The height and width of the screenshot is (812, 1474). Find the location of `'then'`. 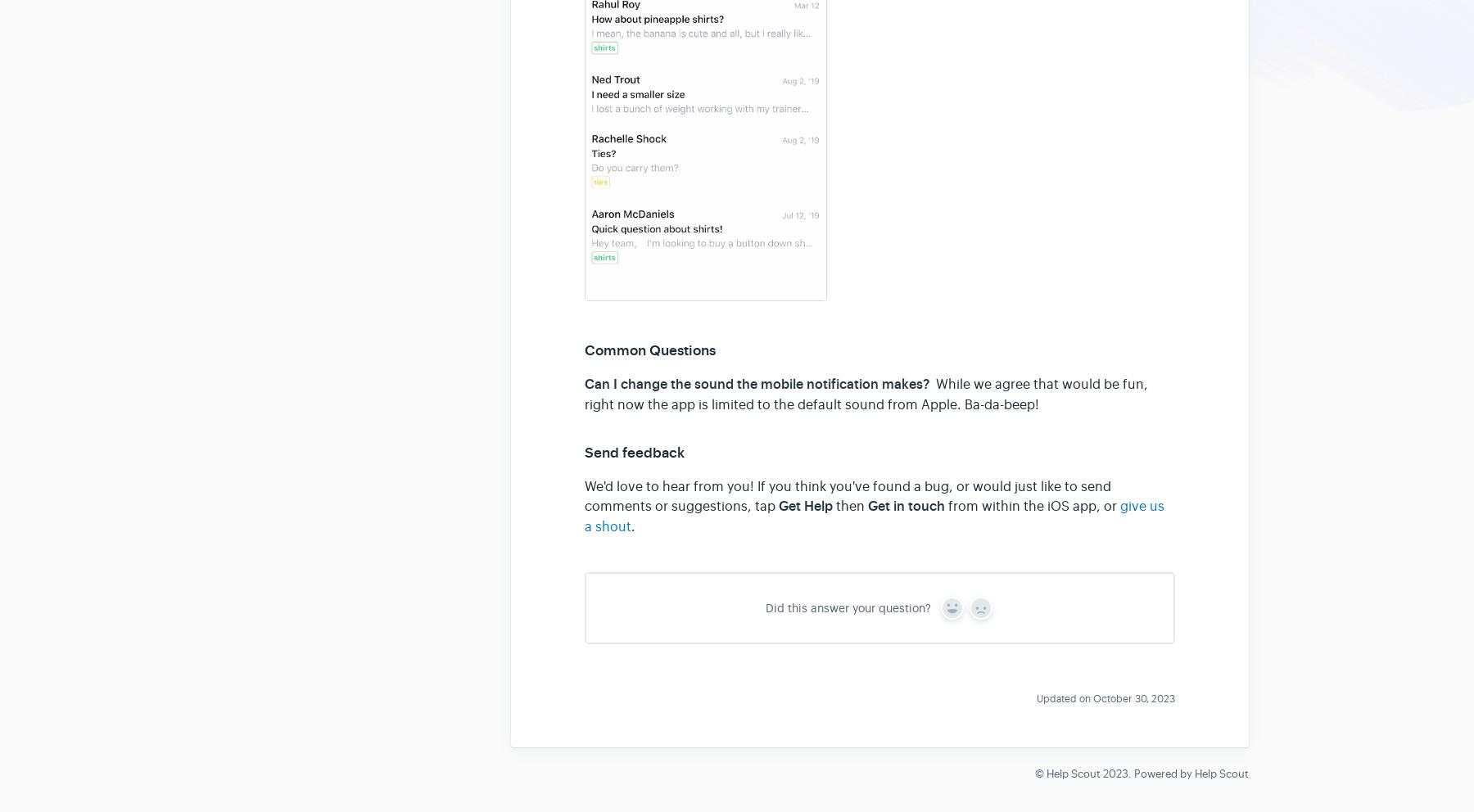

'then' is located at coordinates (850, 506).